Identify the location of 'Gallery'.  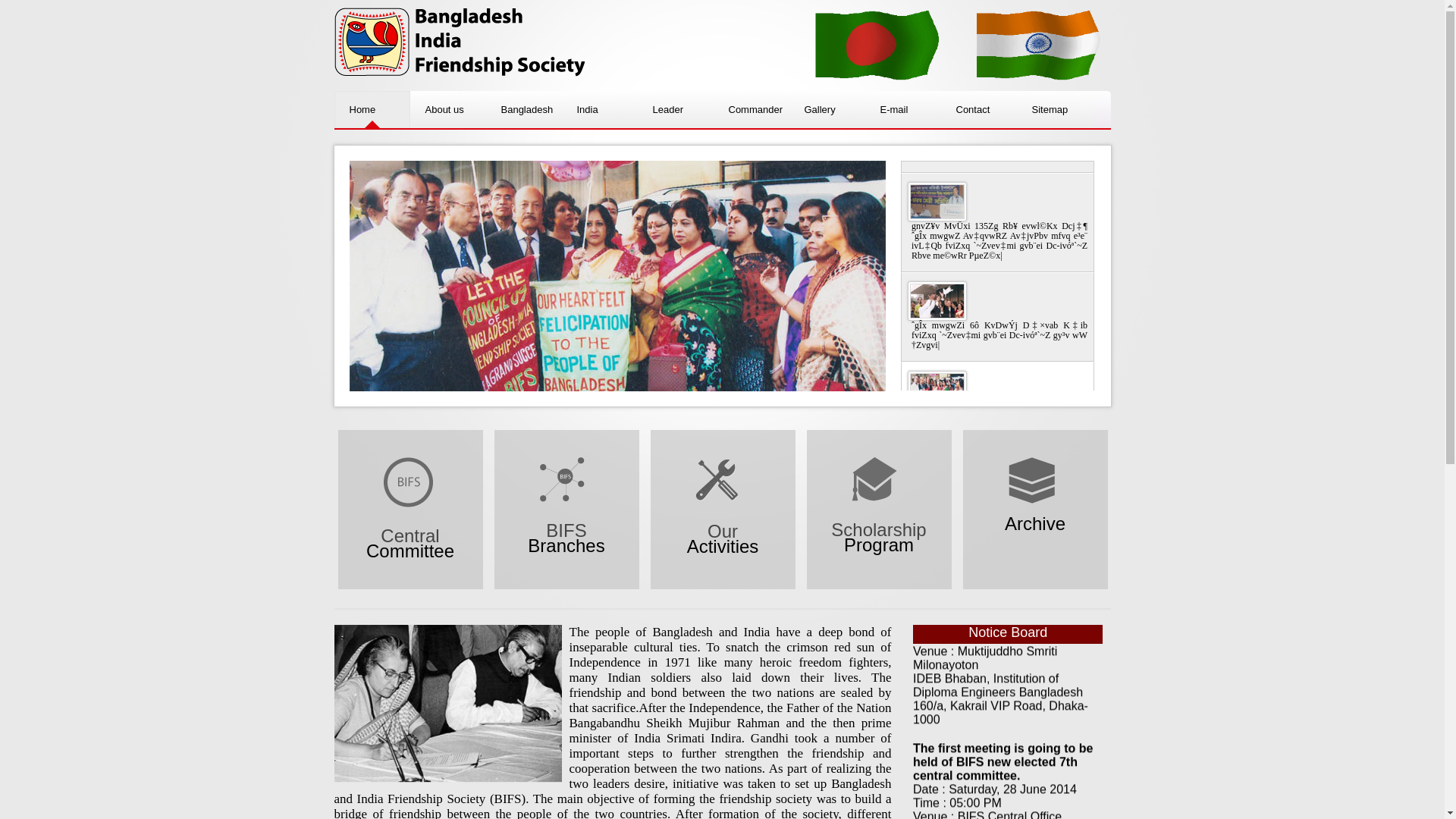
(789, 108).